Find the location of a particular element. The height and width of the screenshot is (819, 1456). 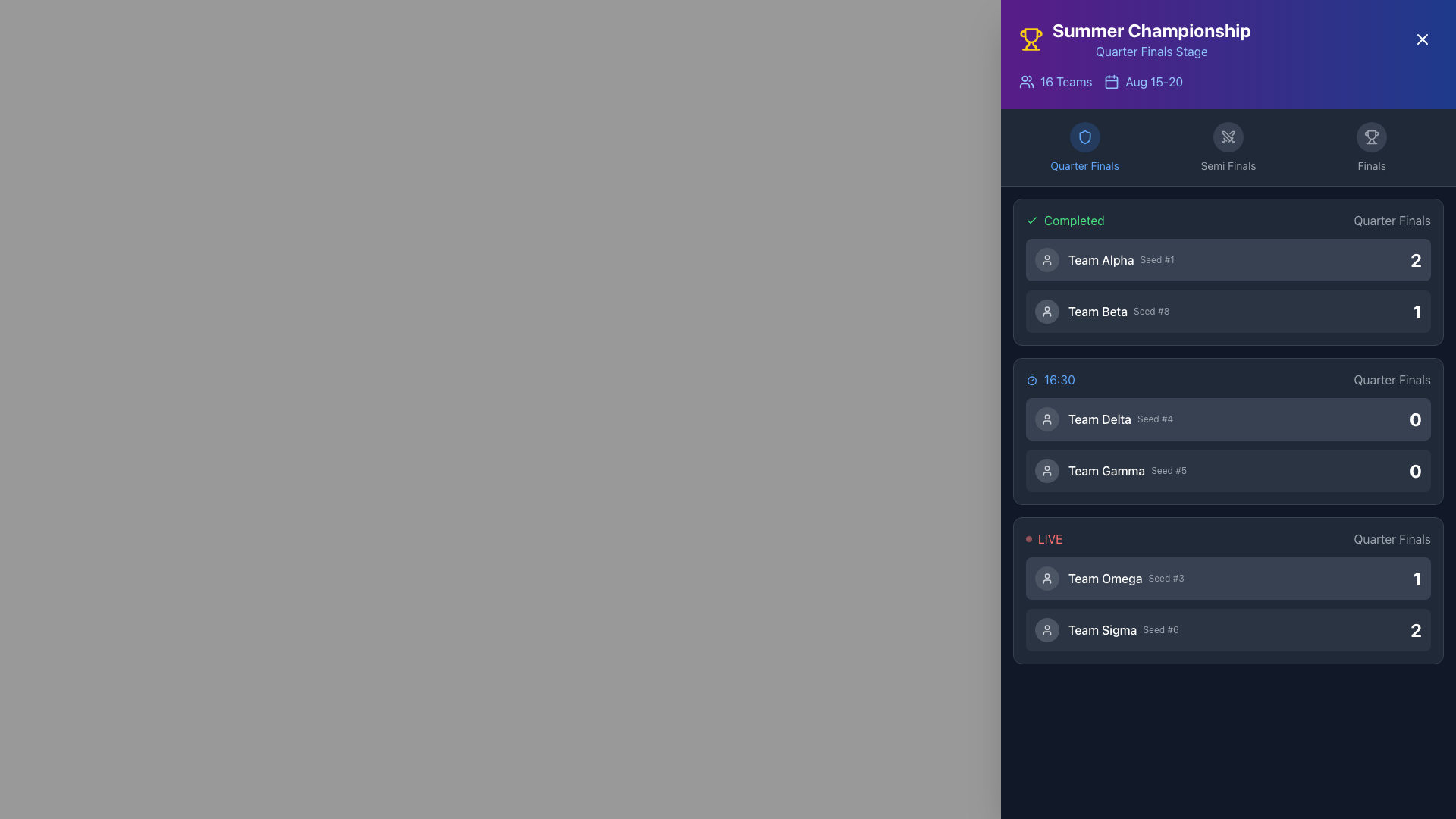

the static banner indicating the match status (LIVE) and stage (Quarter Finals) located at the top of the match card is located at coordinates (1228, 538).